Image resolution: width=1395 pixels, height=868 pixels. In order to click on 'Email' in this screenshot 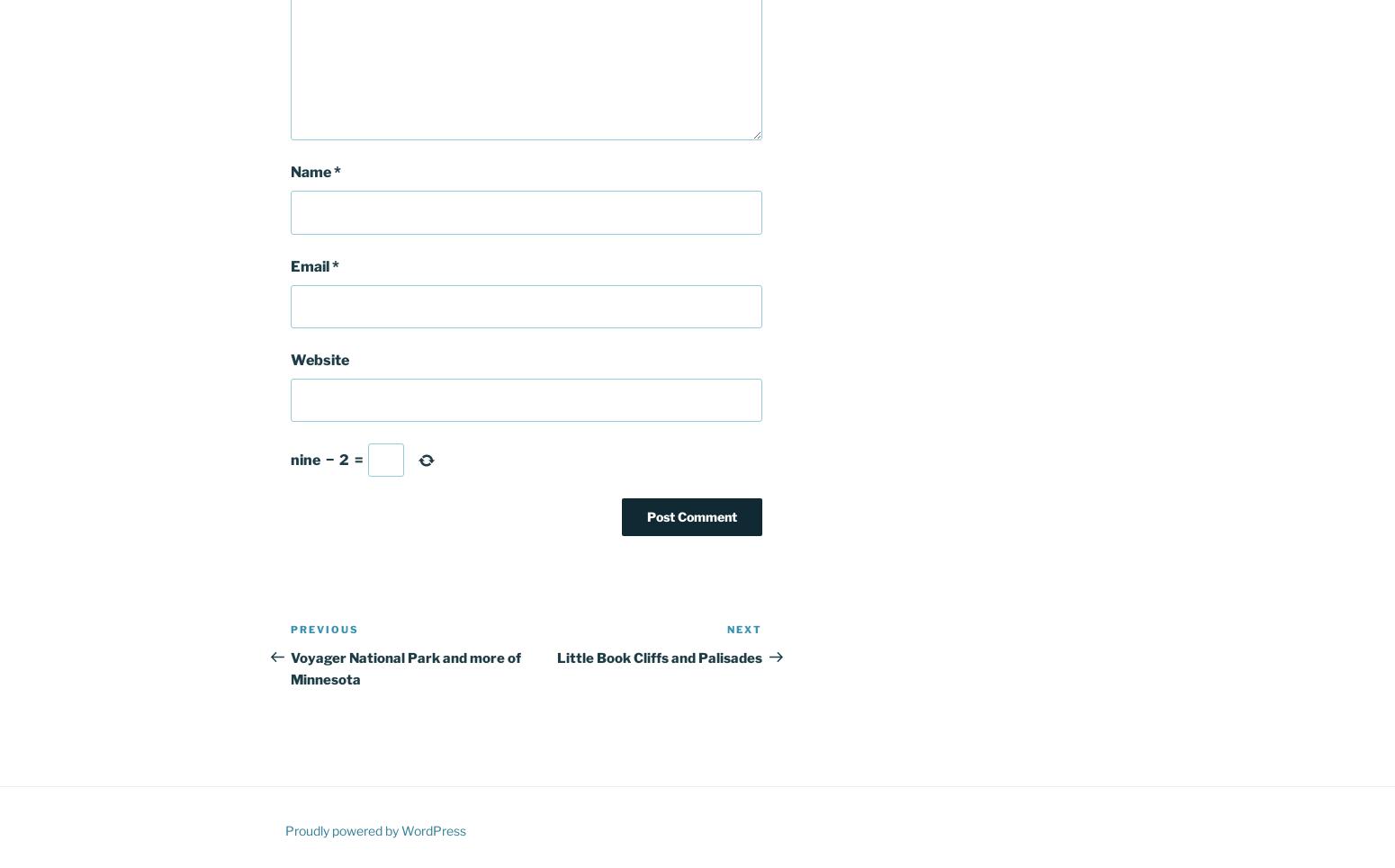, I will do `click(310, 265)`.